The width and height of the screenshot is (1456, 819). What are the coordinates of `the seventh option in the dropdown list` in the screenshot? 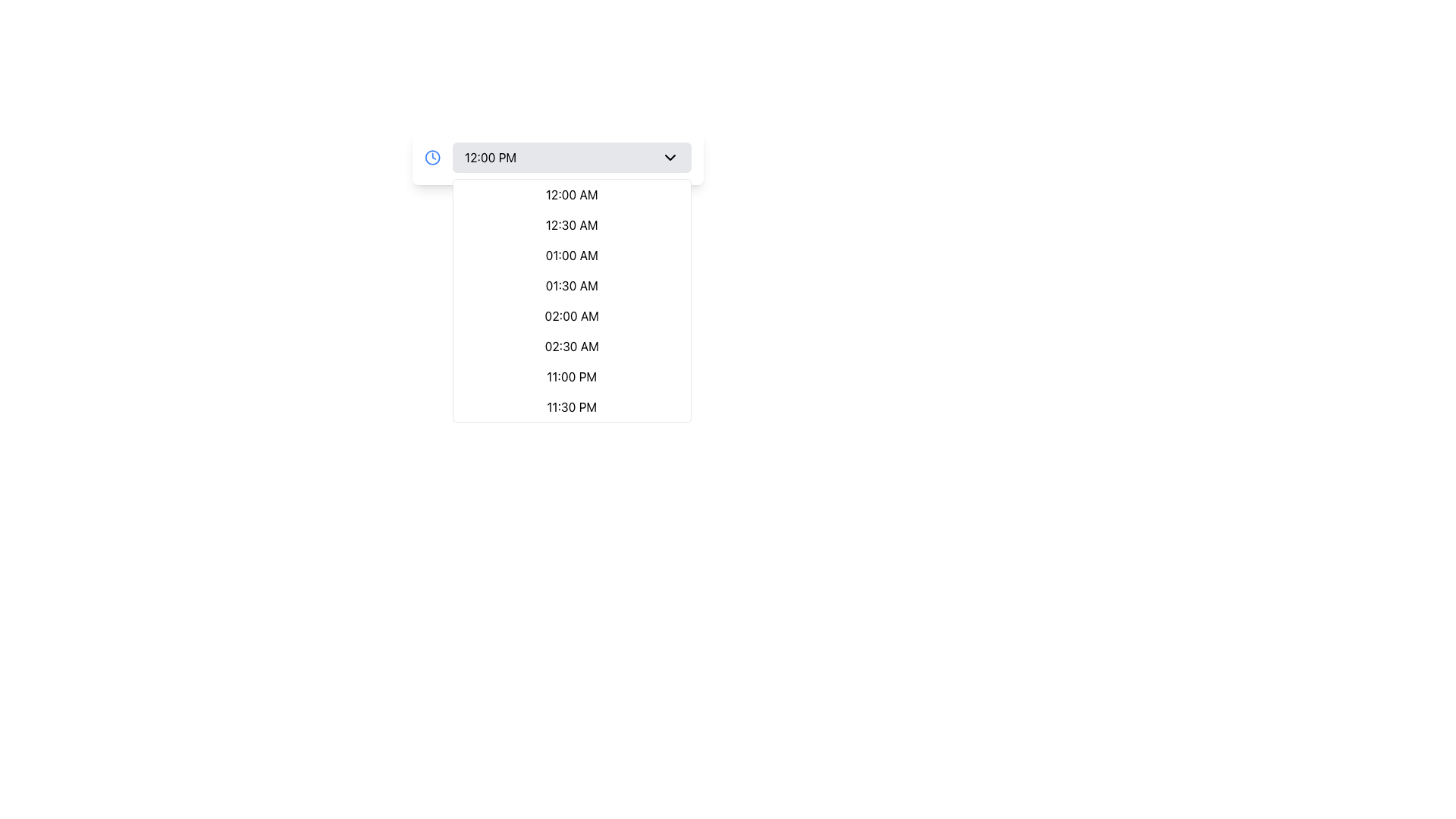 It's located at (570, 376).